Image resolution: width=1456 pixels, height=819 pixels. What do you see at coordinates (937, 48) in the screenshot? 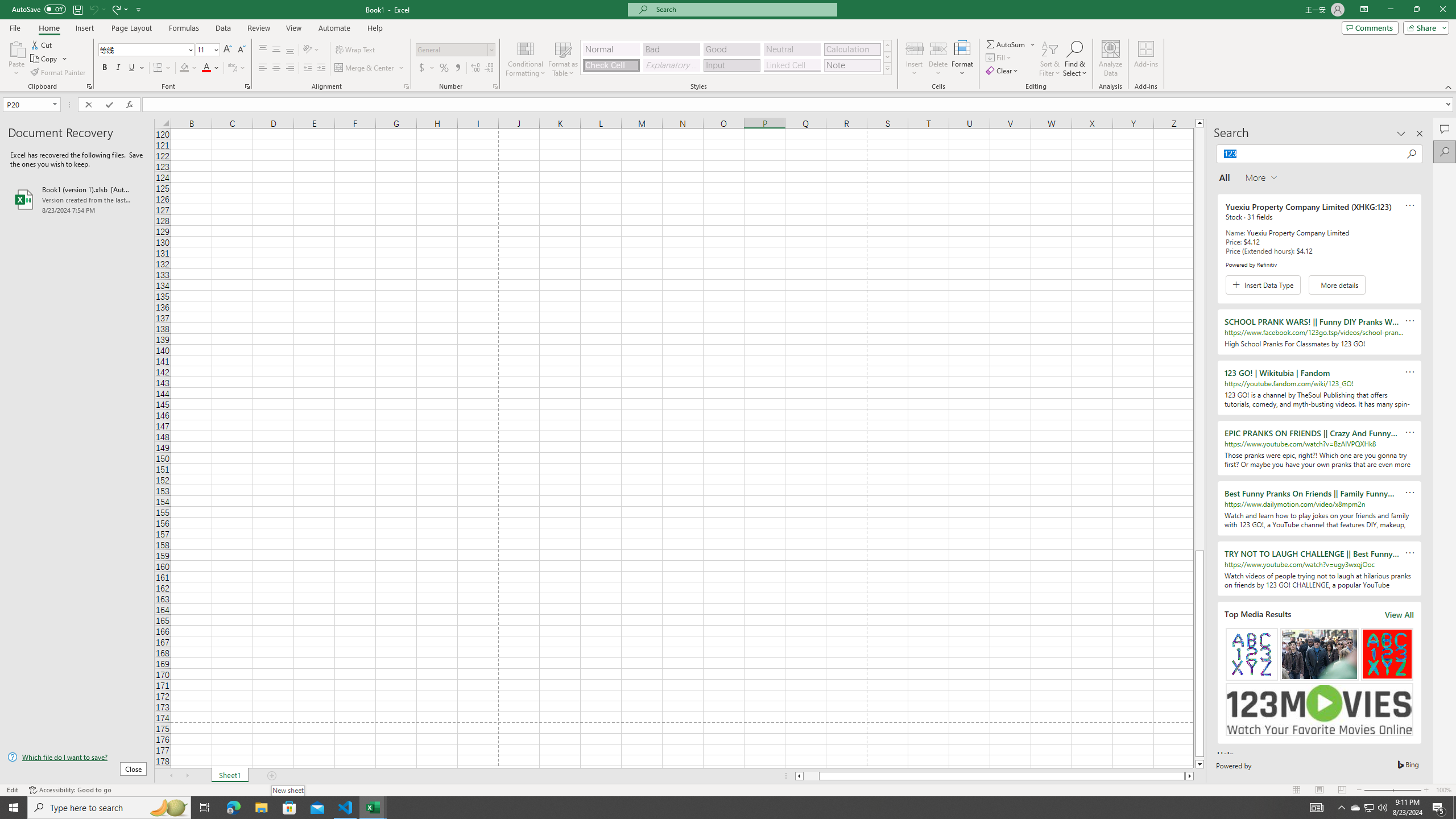
I see `'Delete Cells...'` at bounding box center [937, 48].